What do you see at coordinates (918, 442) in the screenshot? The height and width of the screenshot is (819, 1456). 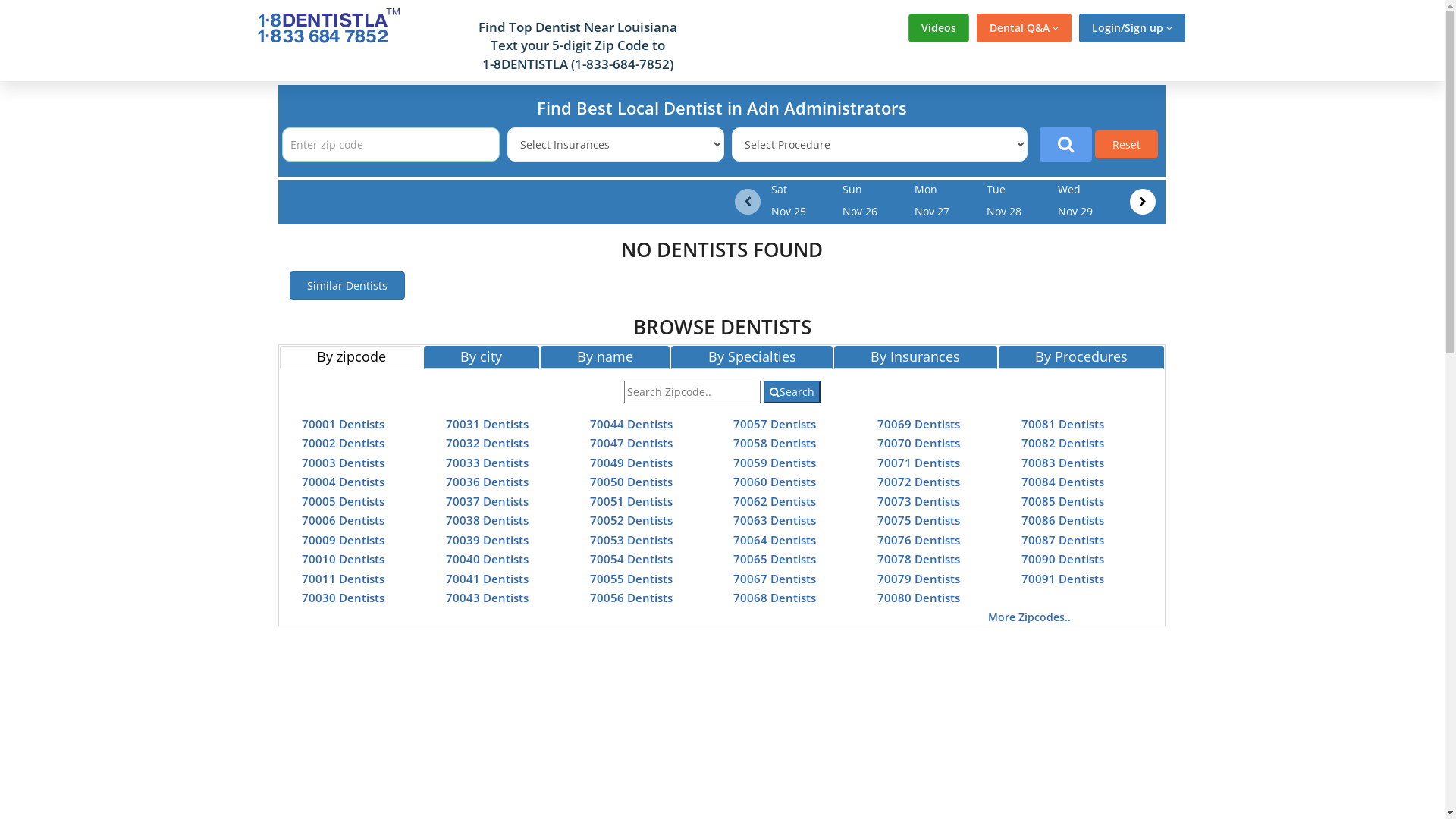 I see `'70070 Dentists'` at bounding box center [918, 442].